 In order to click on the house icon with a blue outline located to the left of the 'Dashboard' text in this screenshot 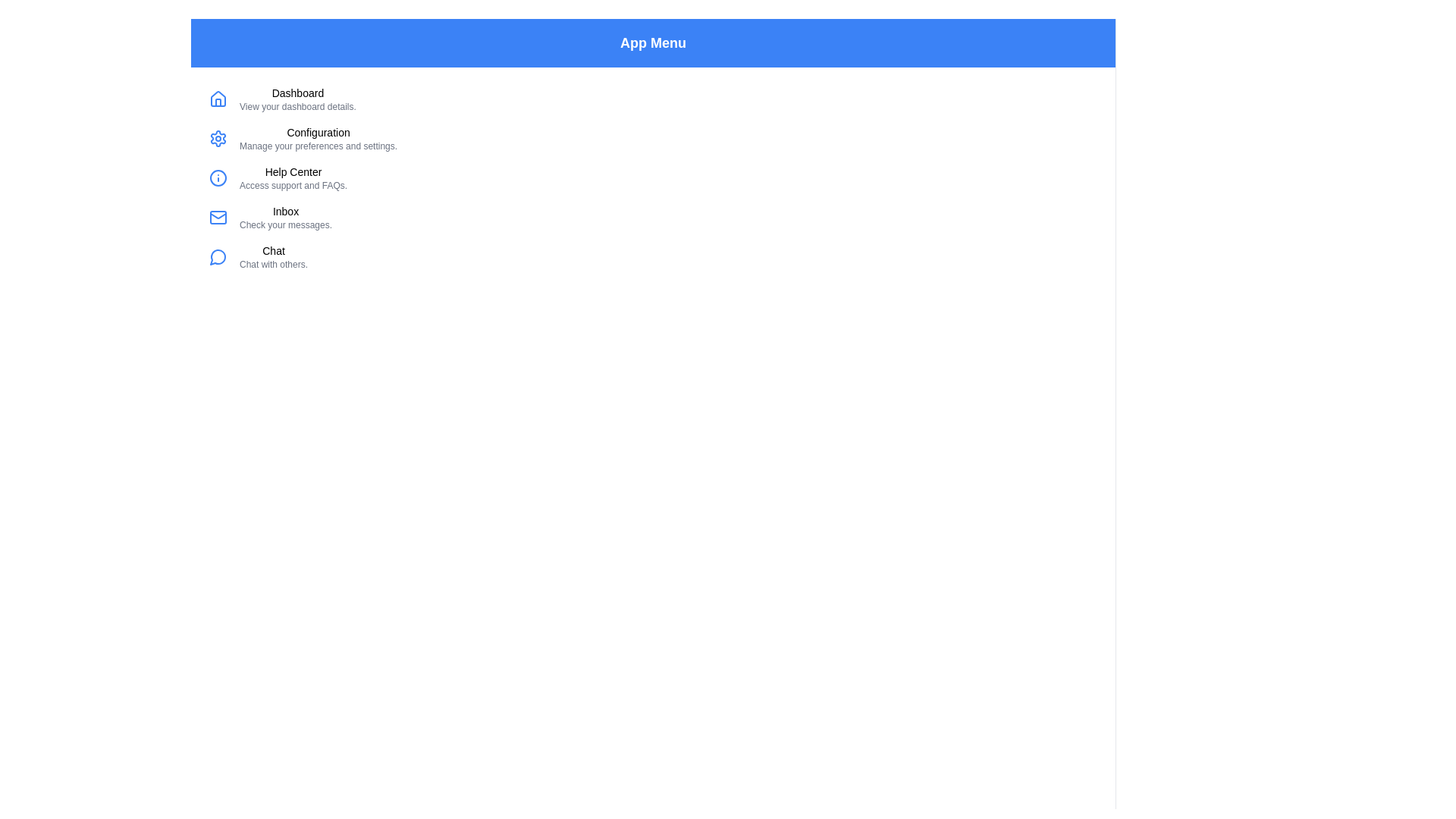, I will do `click(218, 99)`.